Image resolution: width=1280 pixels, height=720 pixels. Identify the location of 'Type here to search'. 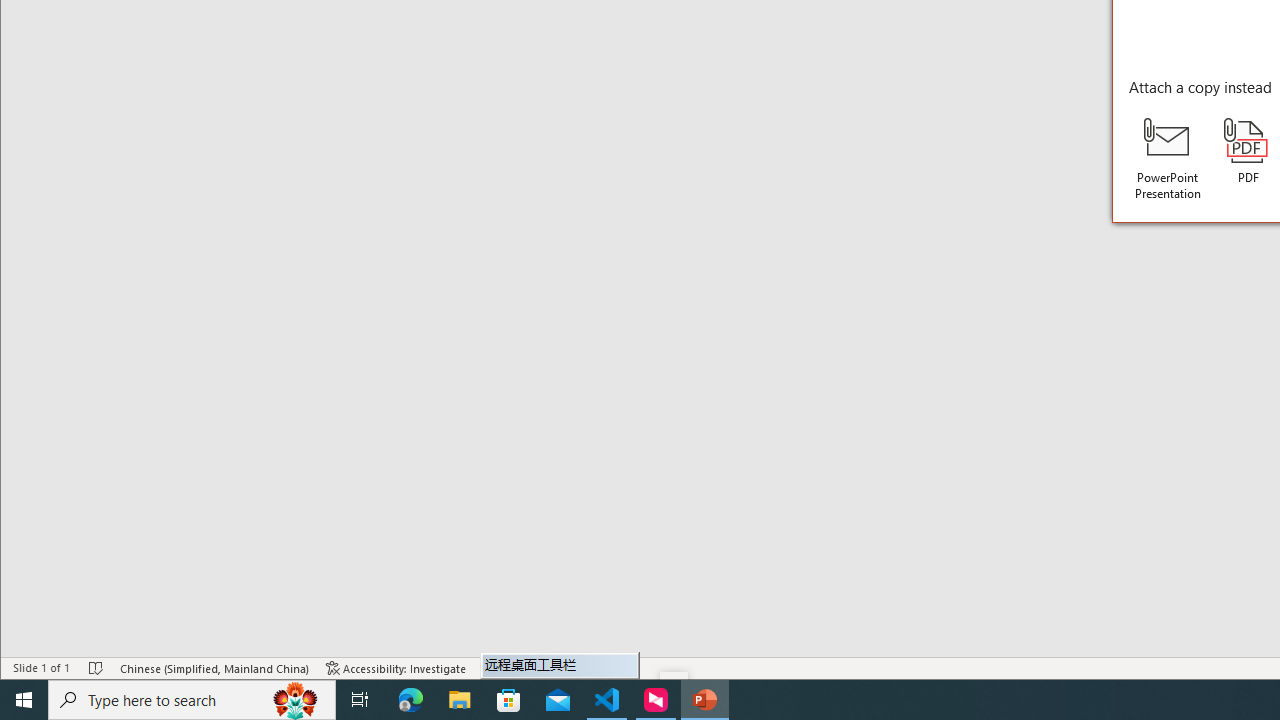
(192, 698).